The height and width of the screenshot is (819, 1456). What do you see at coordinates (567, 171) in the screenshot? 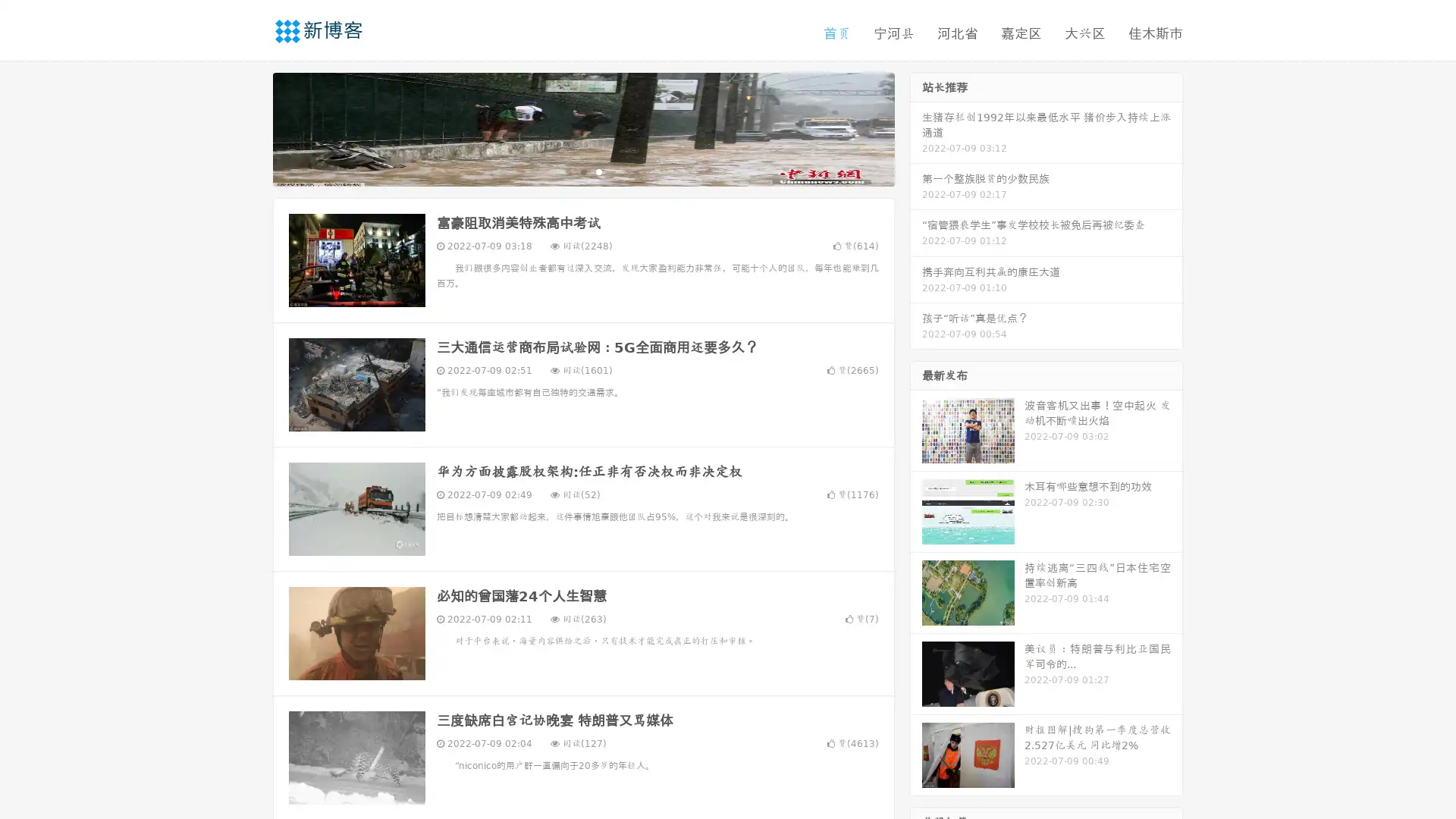
I see `Go to slide 1` at bounding box center [567, 171].